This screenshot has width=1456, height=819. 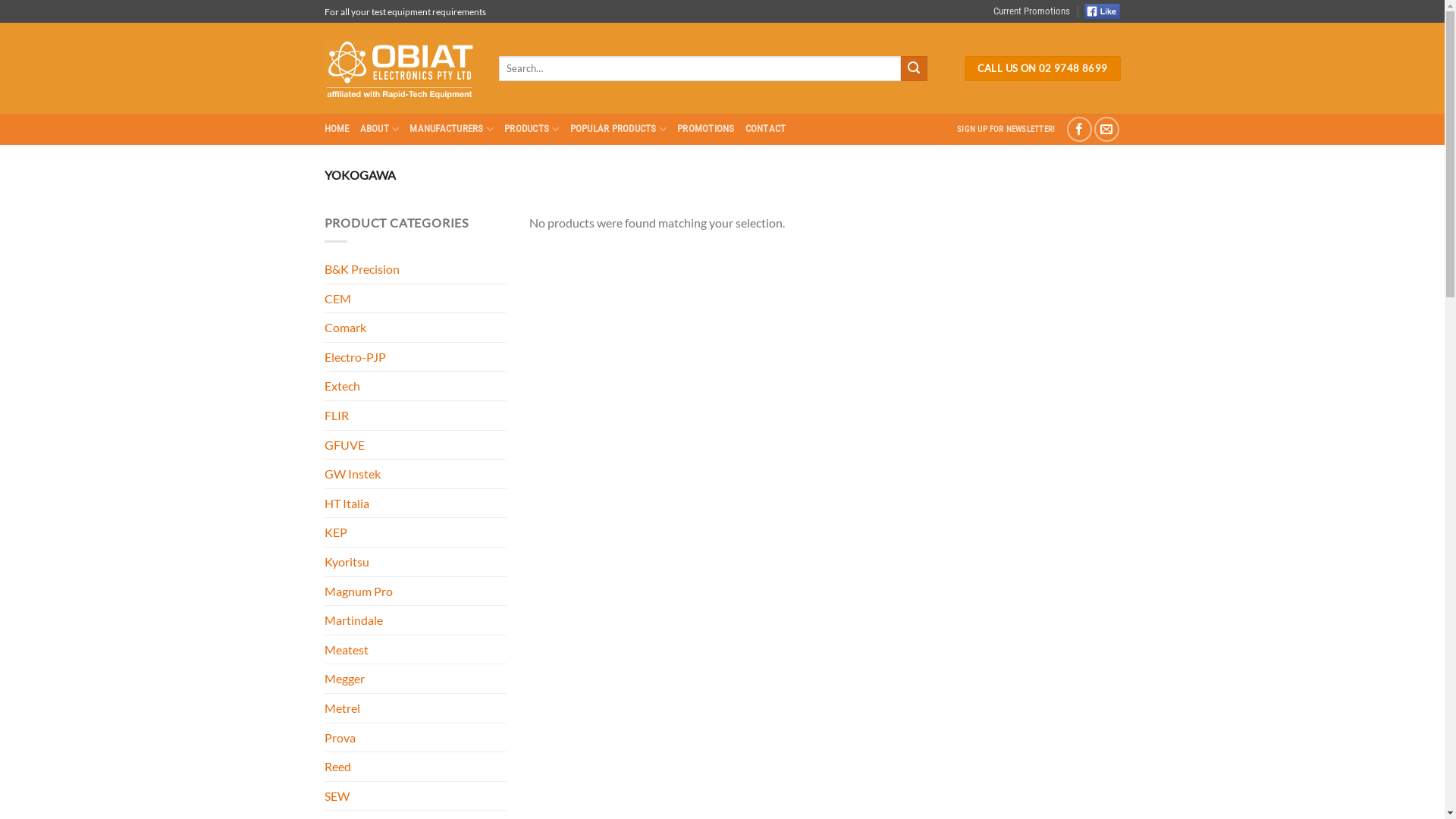 I want to click on 'CALL US ON 02 9748 8699', so click(x=1041, y=69).